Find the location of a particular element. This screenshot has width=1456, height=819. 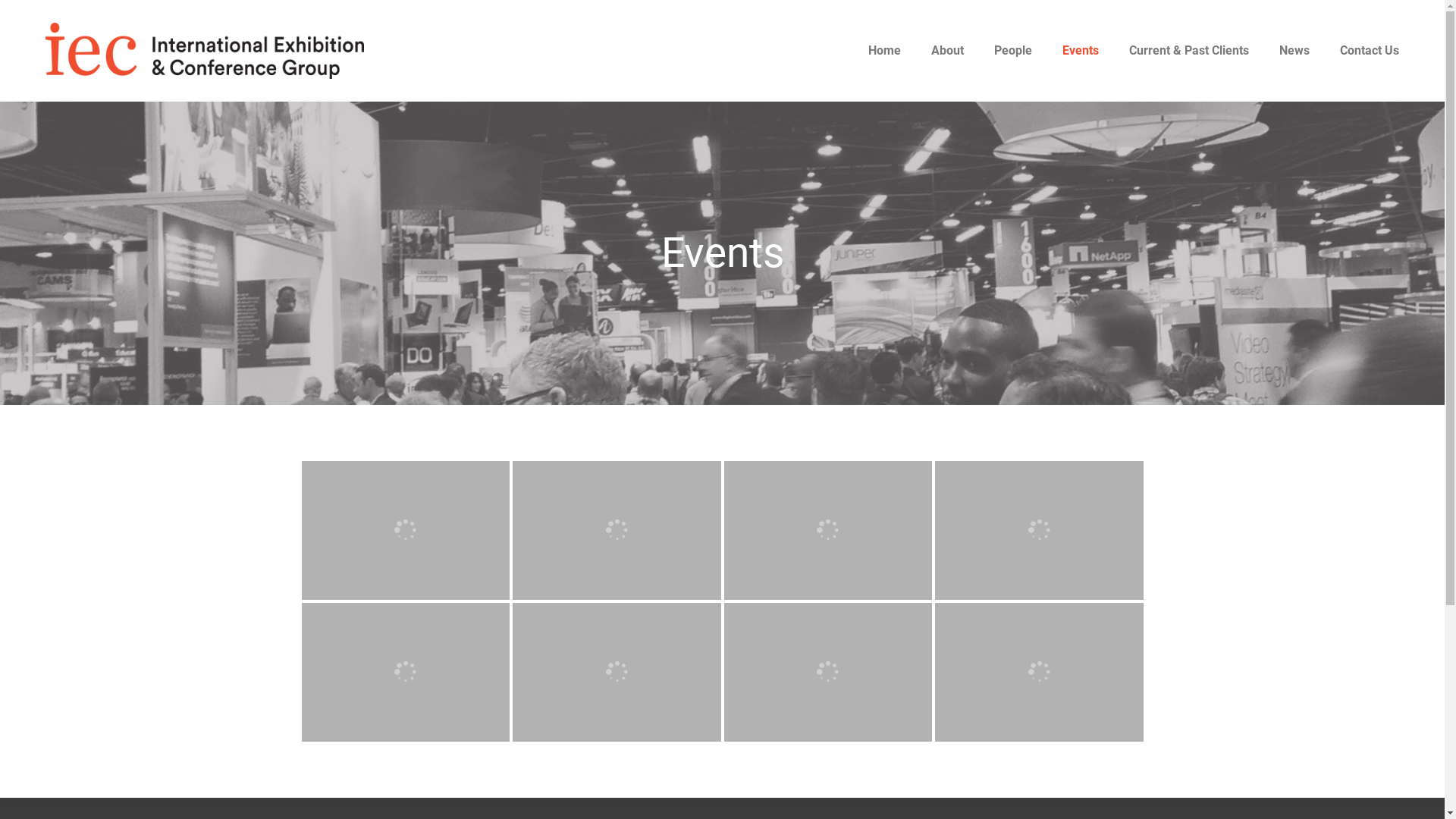

'About' is located at coordinates (946, 49).